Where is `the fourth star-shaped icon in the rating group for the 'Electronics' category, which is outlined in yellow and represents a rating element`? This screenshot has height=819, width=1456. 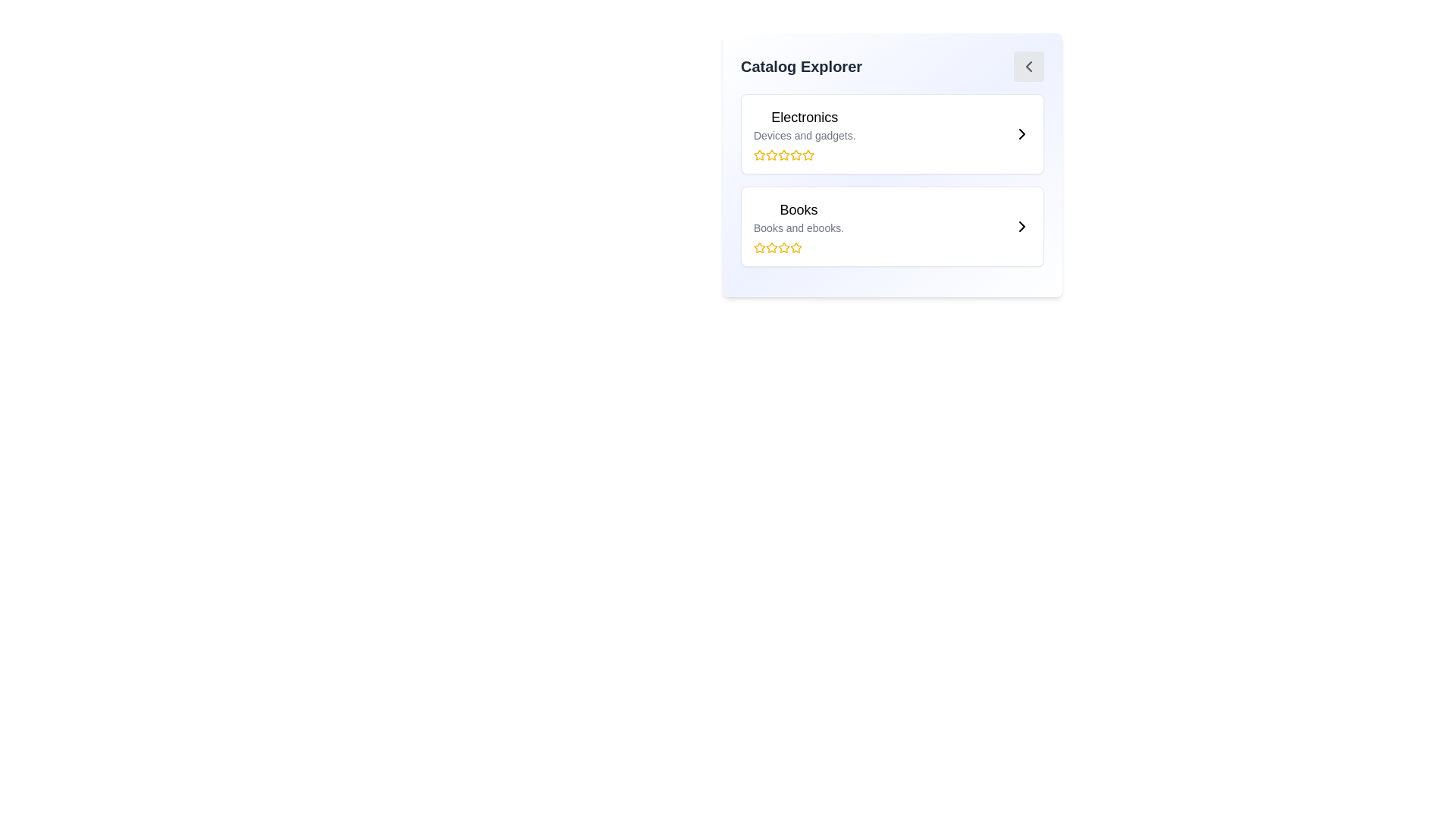
the fourth star-shaped icon in the rating group for the 'Electronics' category, which is outlined in yellow and represents a rating element is located at coordinates (783, 155).